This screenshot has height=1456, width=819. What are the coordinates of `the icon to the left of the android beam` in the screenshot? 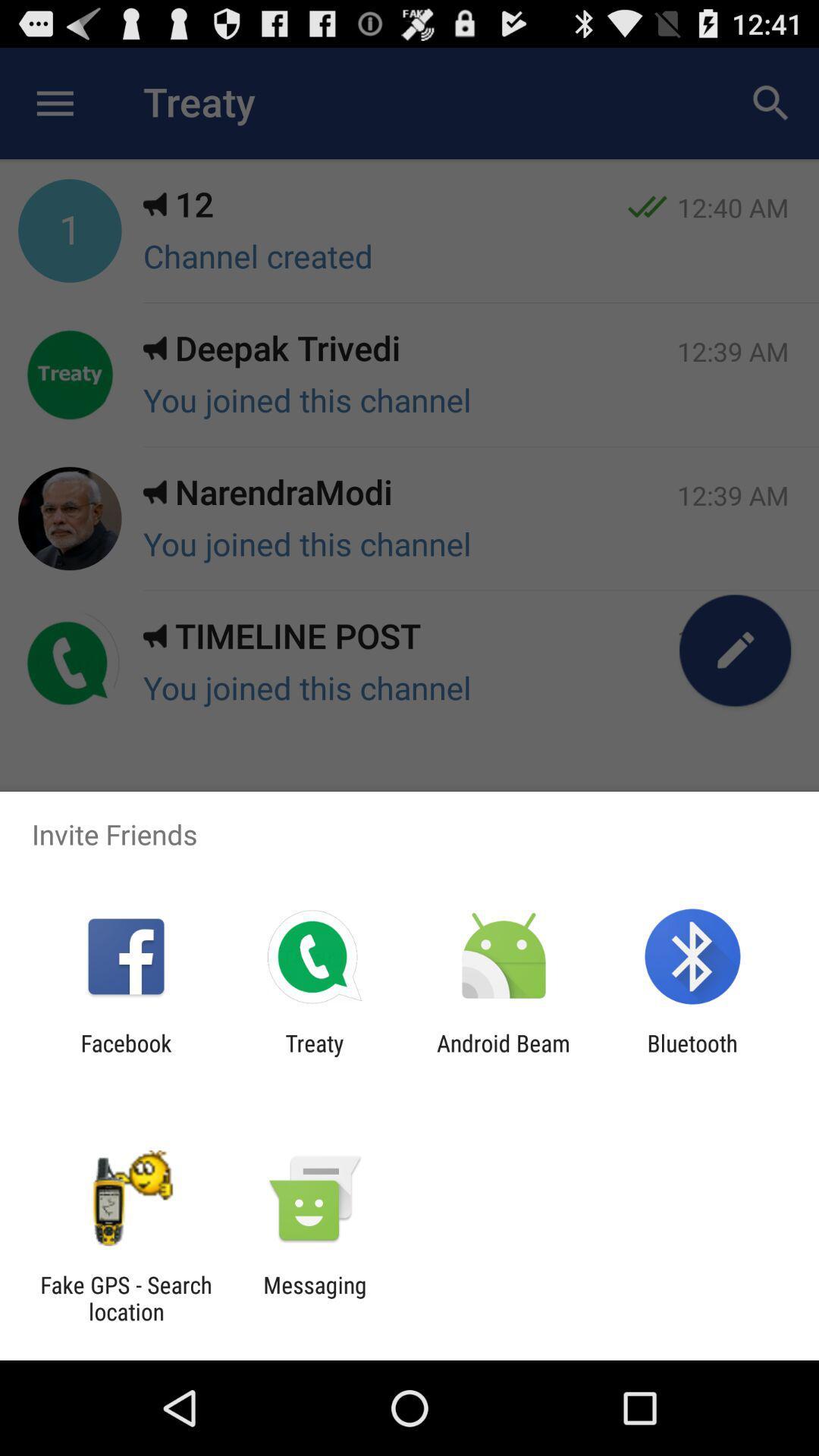 It's located at (314, 1056).